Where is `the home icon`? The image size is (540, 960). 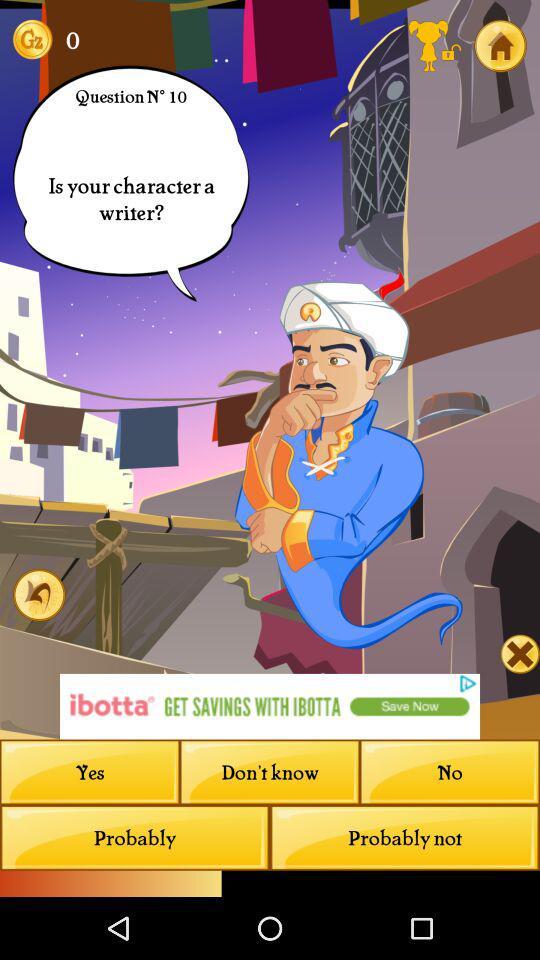 the home icon is located at coordinates (499, 48).